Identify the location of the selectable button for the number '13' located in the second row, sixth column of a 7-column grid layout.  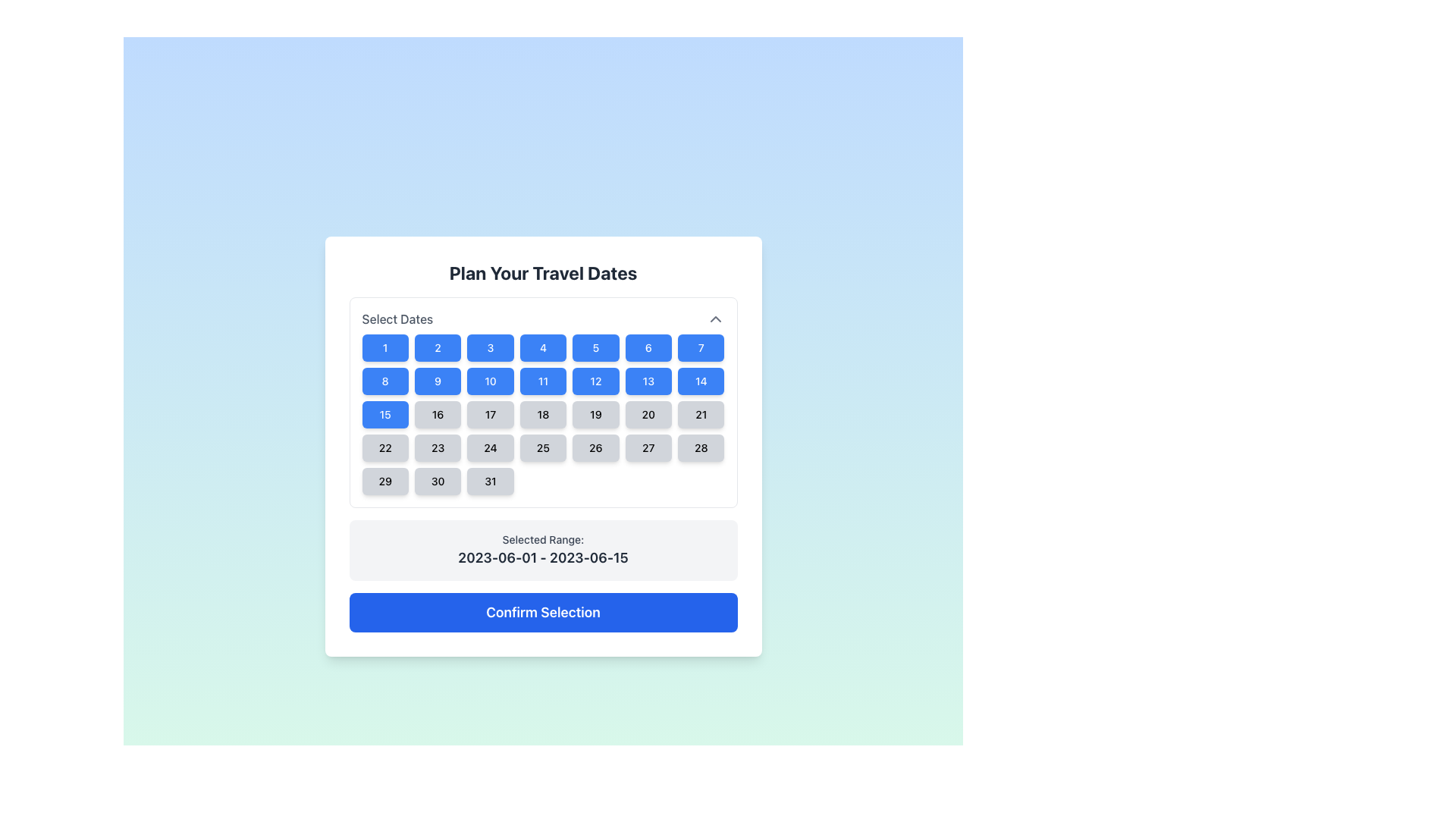
(648, 380).